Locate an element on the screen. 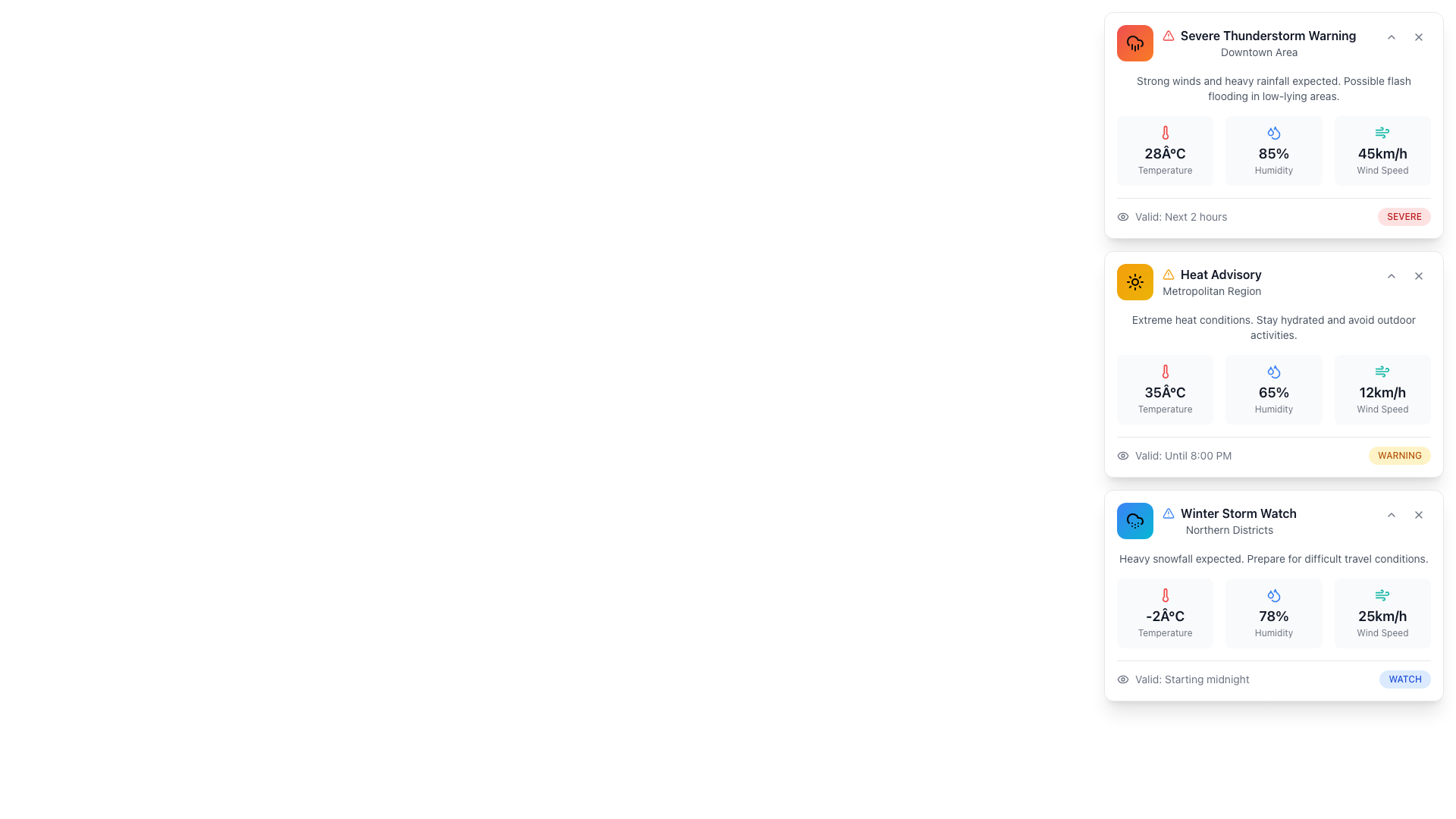  the humidity icon, which is the first visual component inside the card displaying '65% Humidity', positioned in the middle of a stack of weather advisory cards is located at coordinates (1274, 371).